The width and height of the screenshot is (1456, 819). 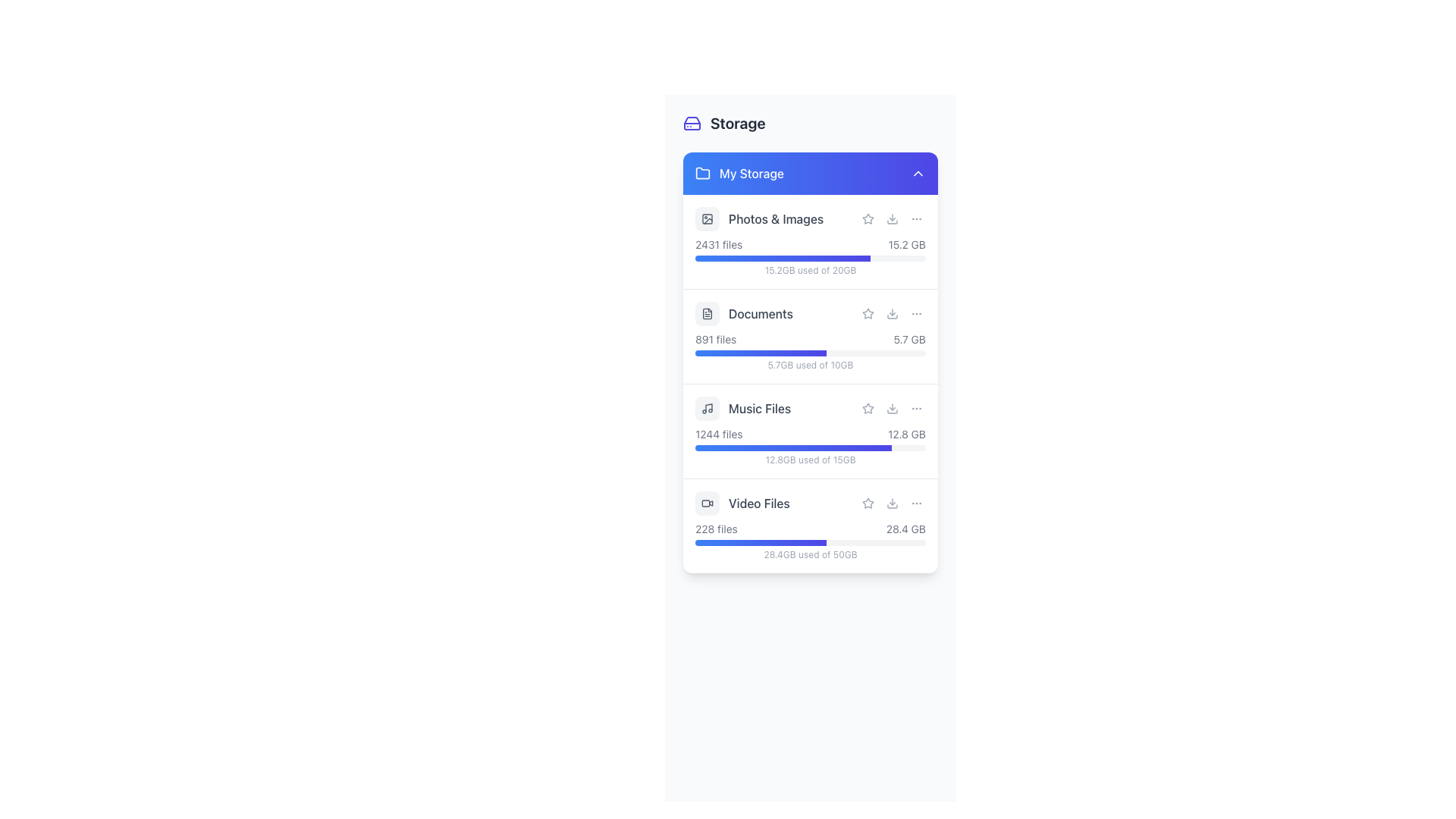 I want to click on the SVG-based icon representing the 'Documents' file type within the 'My Storage' section, so click(x=706, y=312).